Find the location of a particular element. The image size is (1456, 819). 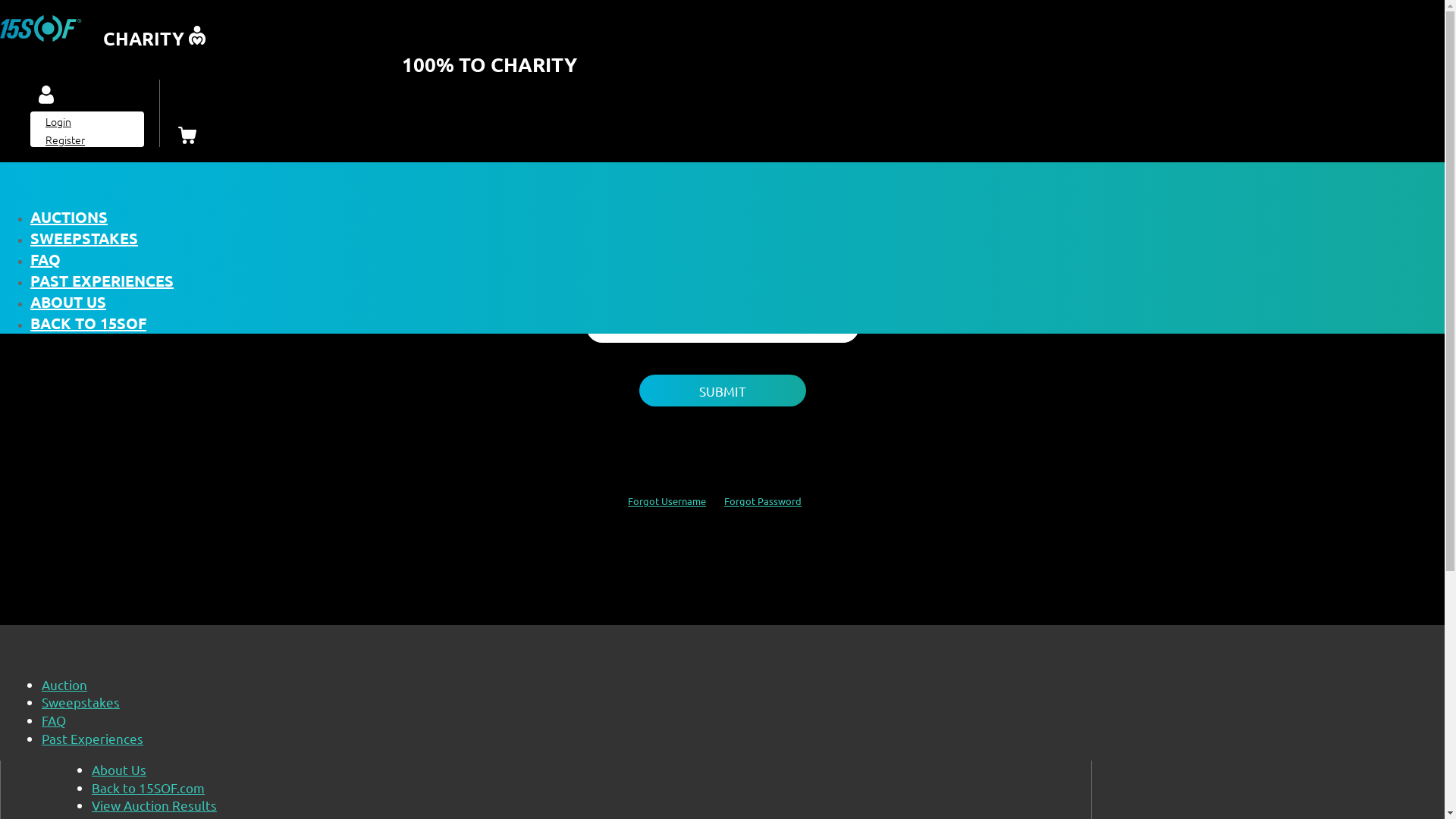

'BACK TO 15SOF' is located at coordinates (87, 322).